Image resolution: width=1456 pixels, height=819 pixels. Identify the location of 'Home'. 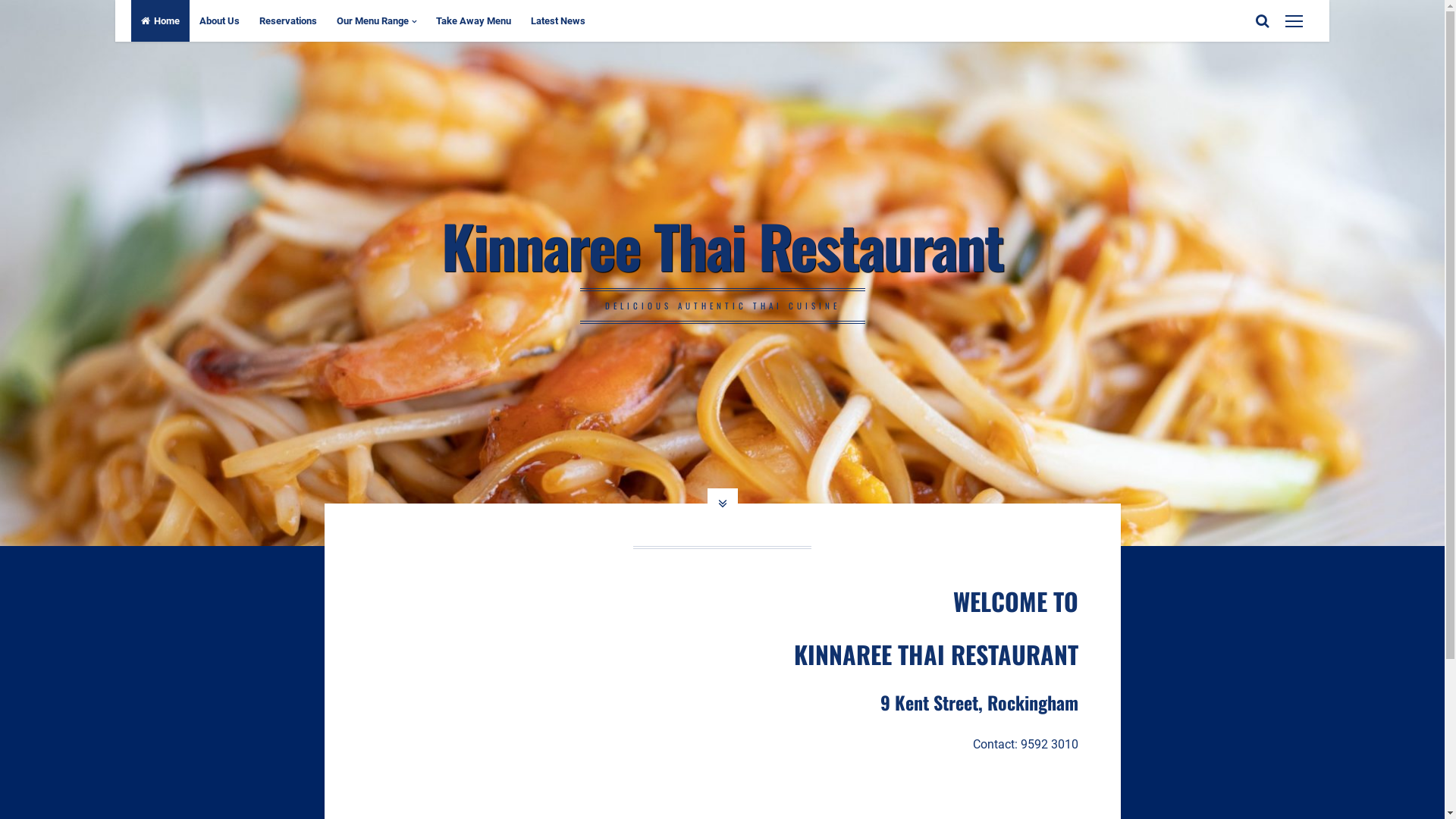
(160, 20).